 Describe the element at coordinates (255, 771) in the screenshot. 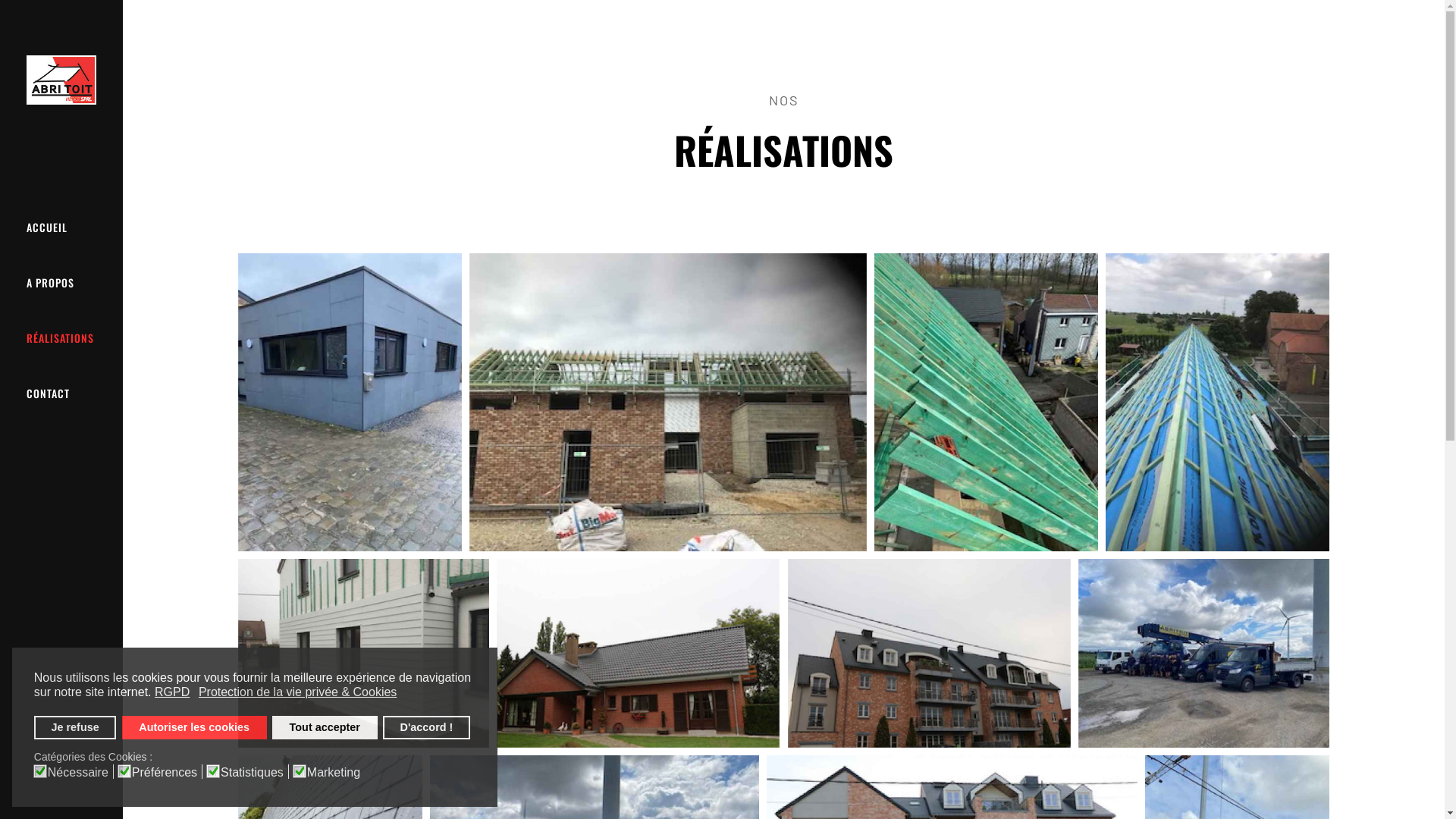

I see `'Statistiques'` at that location.